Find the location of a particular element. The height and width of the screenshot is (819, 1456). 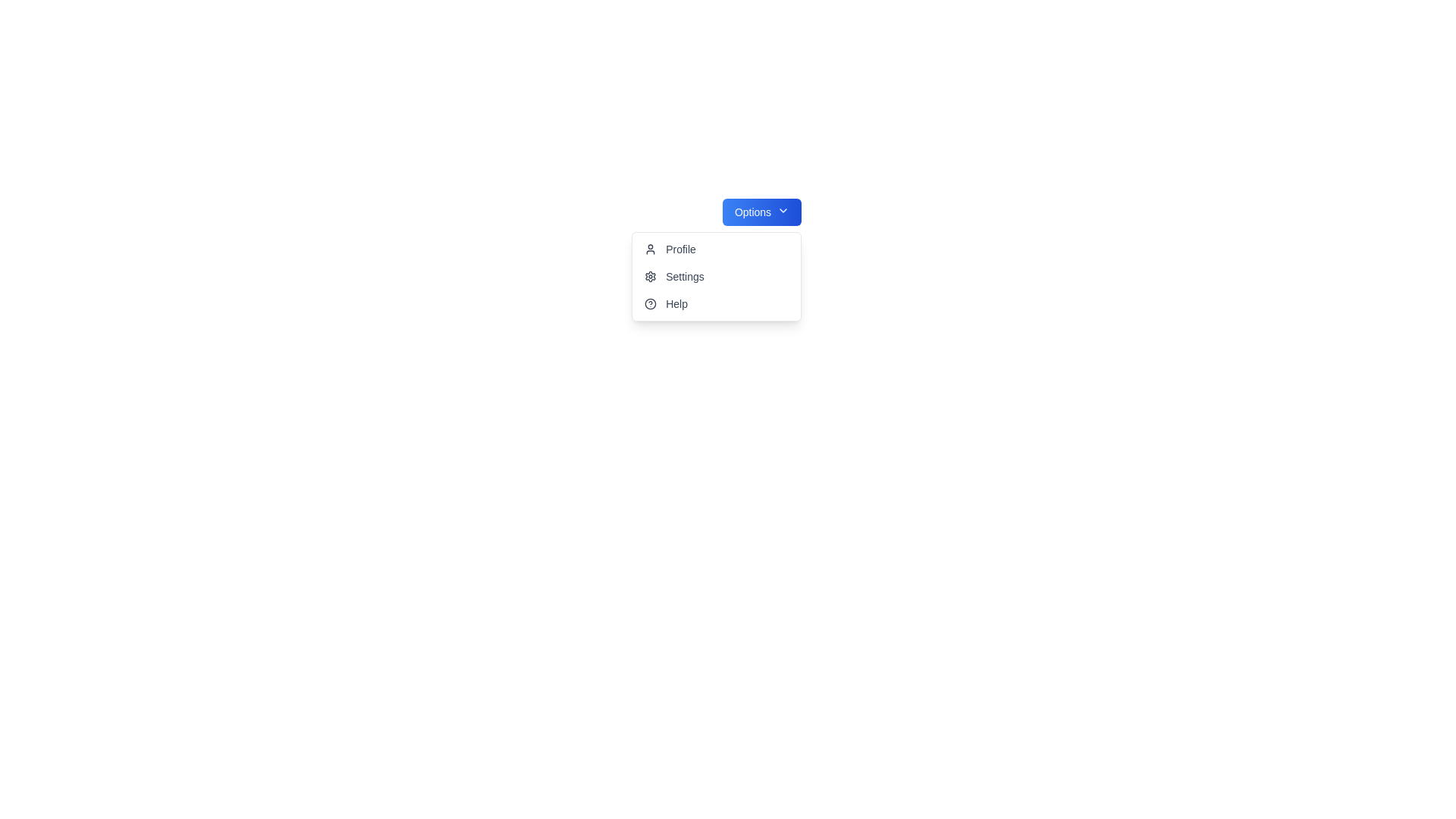

the outermost black circular stroke of the SVG Circle Graphic, which is part of a help indication icon located near the 'Help' menu item in the dropdown panel is located at coordinates (651, 304).